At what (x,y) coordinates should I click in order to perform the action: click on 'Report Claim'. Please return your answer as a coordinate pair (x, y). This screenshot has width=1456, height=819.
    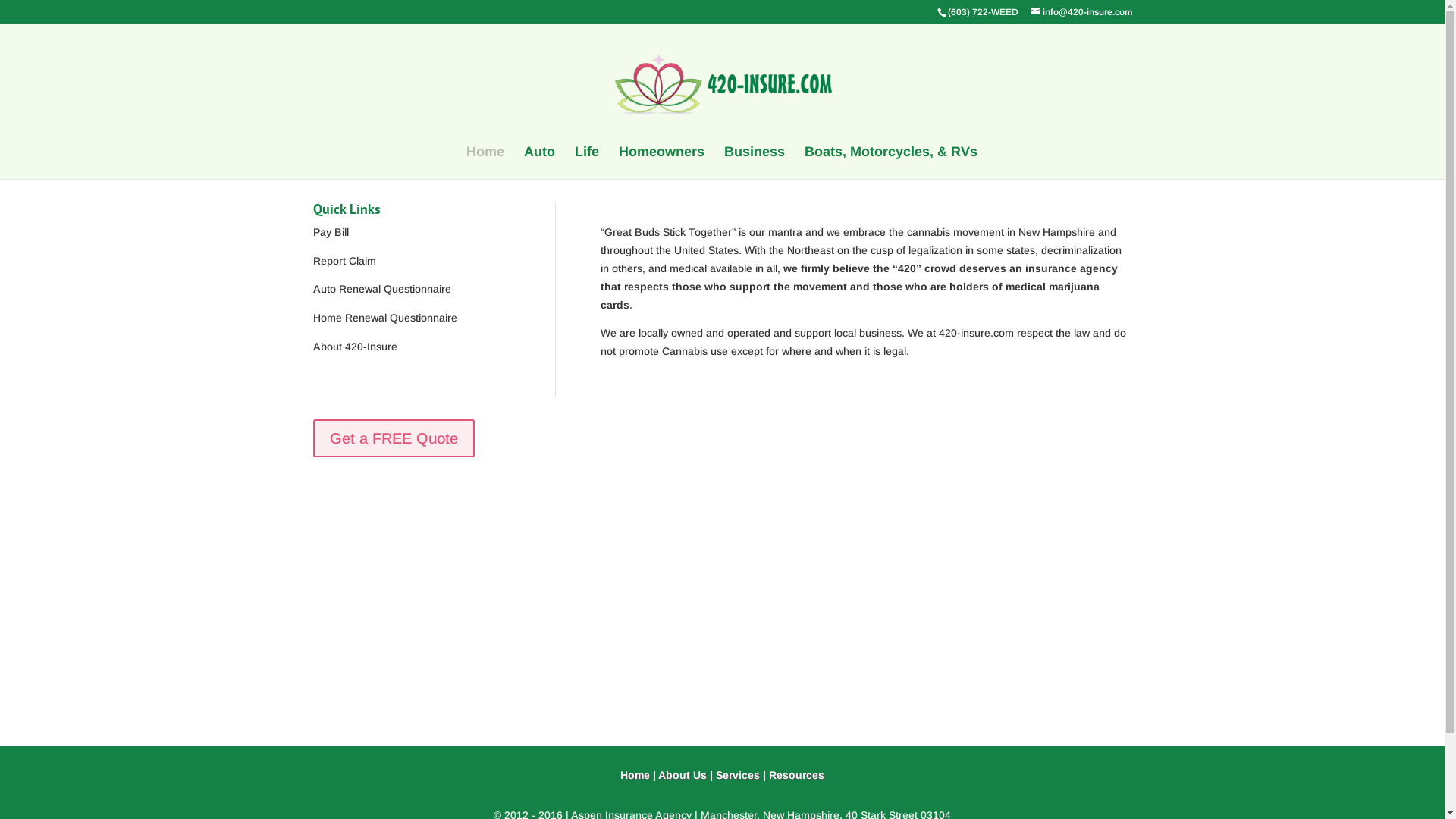
    Looking at the image, I should click on (312, 259).